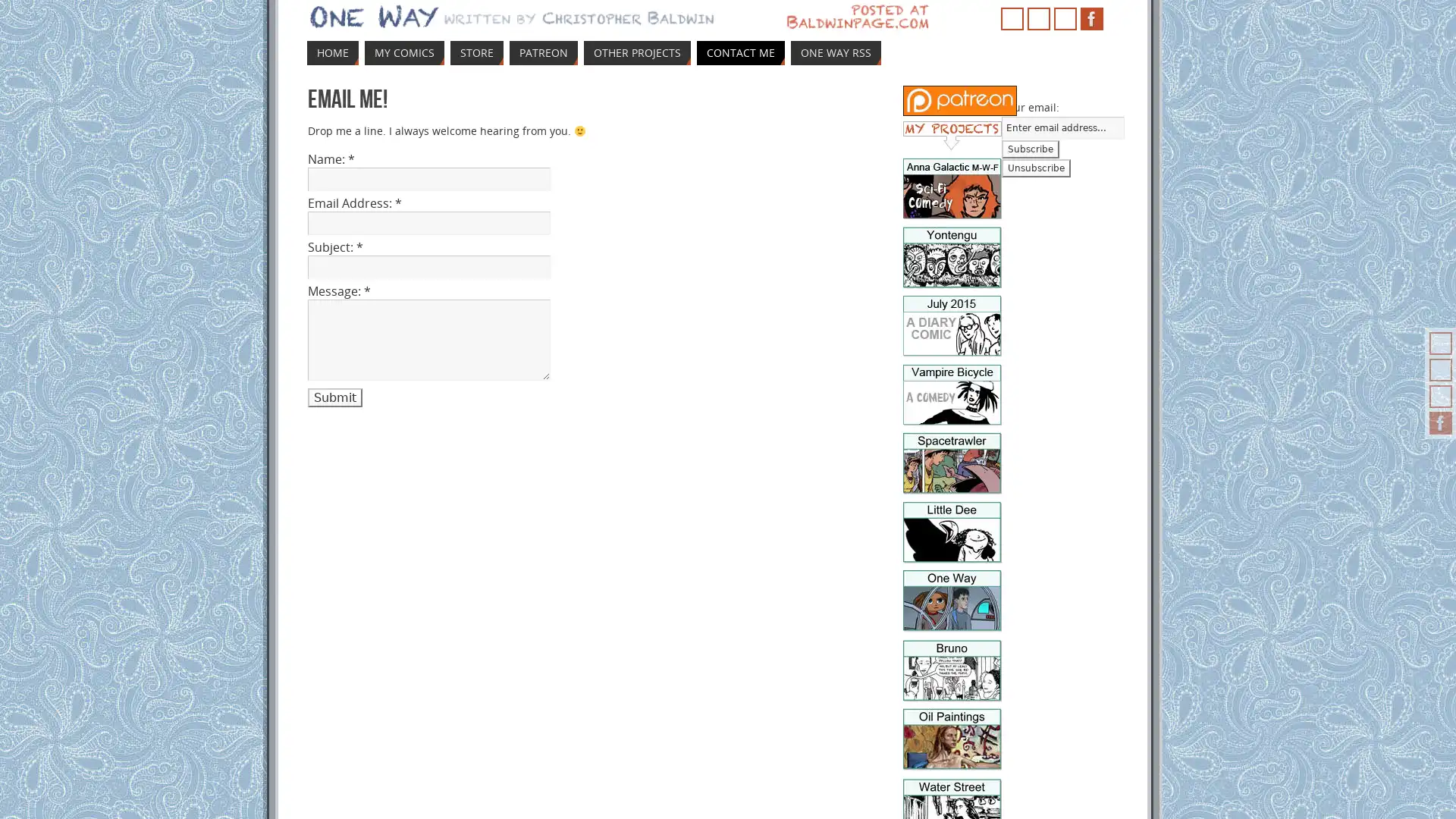 This screenshot has width=1456, height=819. I want to click on Subscribe, so click(1030, 149).